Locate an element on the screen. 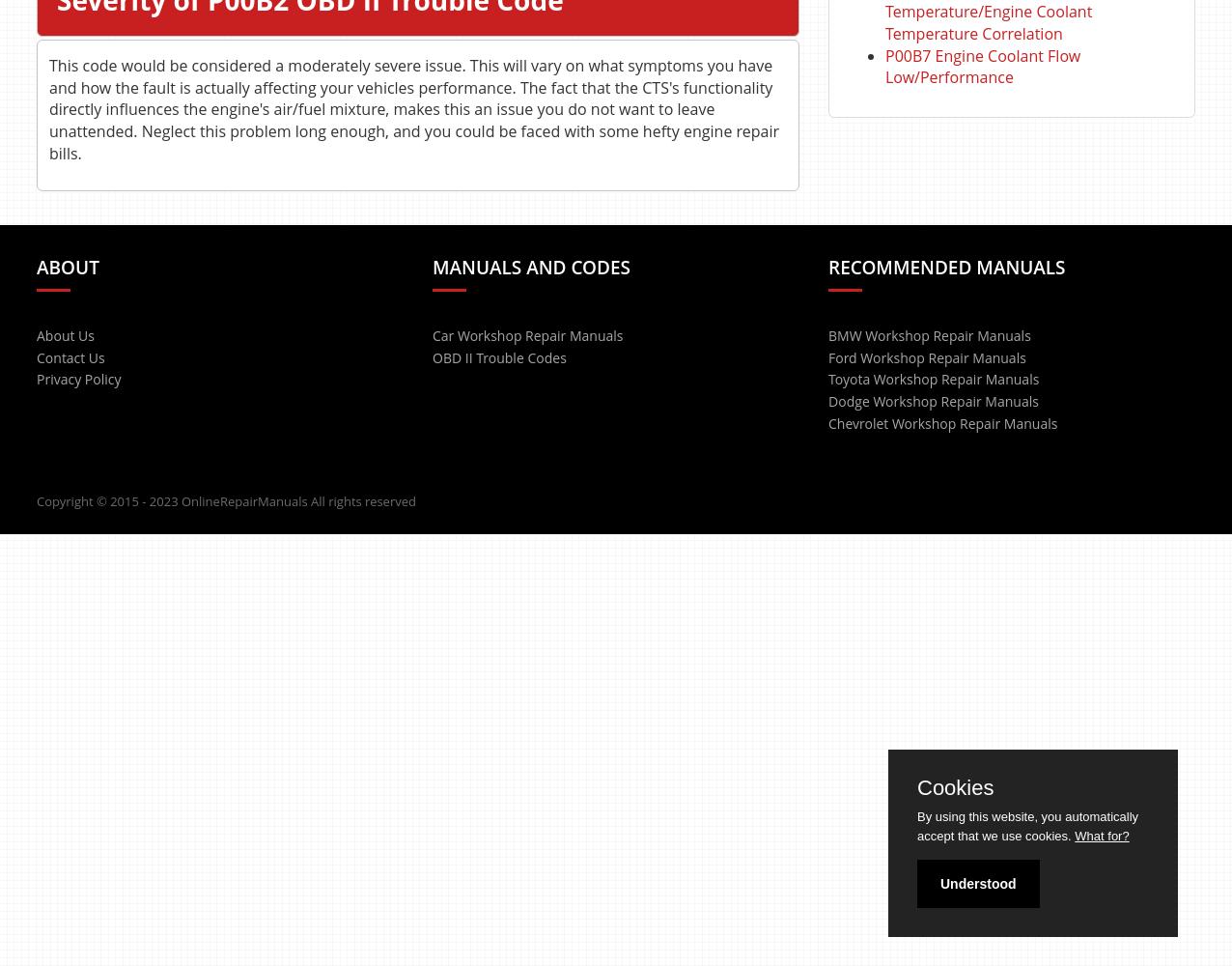 The image size is (1232, 966). 'Car Workshop Repair Manuals' is located at coordinates (433, 333).